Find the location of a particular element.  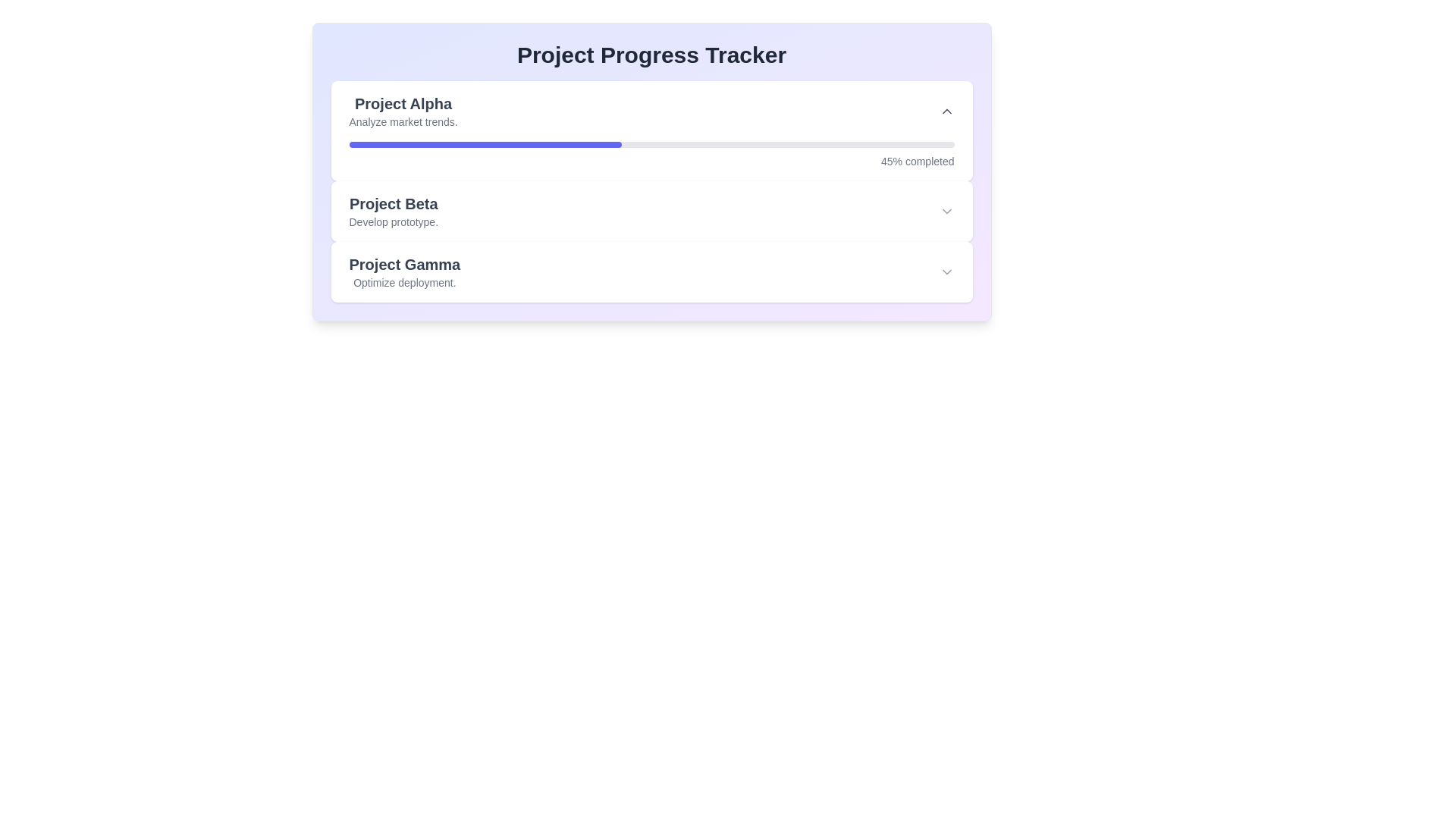

the upward-facing chevron icon styled with gray color tones located in the 'Project Alpha' section is located at coordinates (946, 110).